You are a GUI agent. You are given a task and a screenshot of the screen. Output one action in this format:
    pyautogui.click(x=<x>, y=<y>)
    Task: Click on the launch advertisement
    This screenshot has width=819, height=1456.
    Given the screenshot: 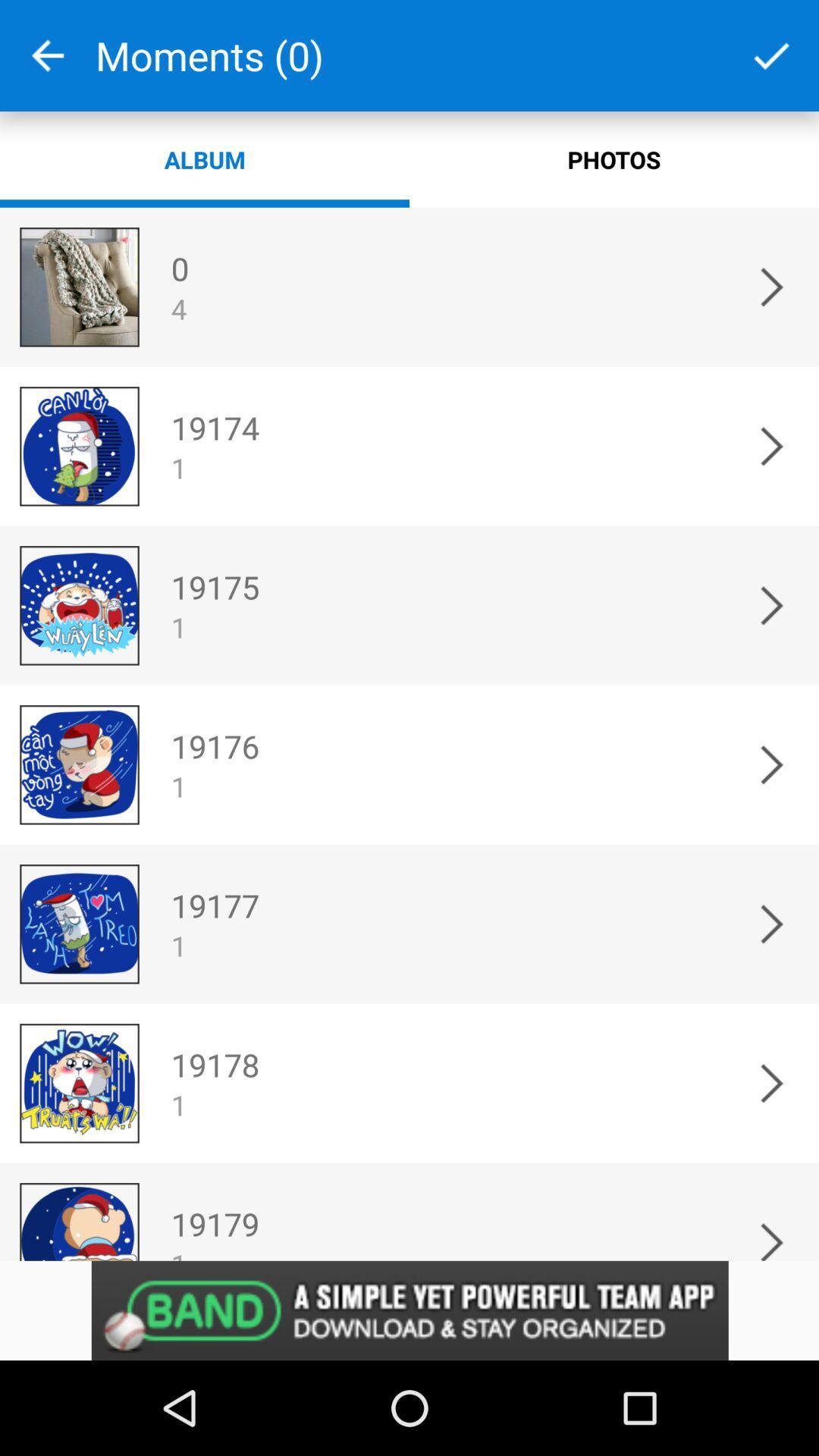 What is the action you would take?
    pyautogui.click(x=409, y=1310)
    